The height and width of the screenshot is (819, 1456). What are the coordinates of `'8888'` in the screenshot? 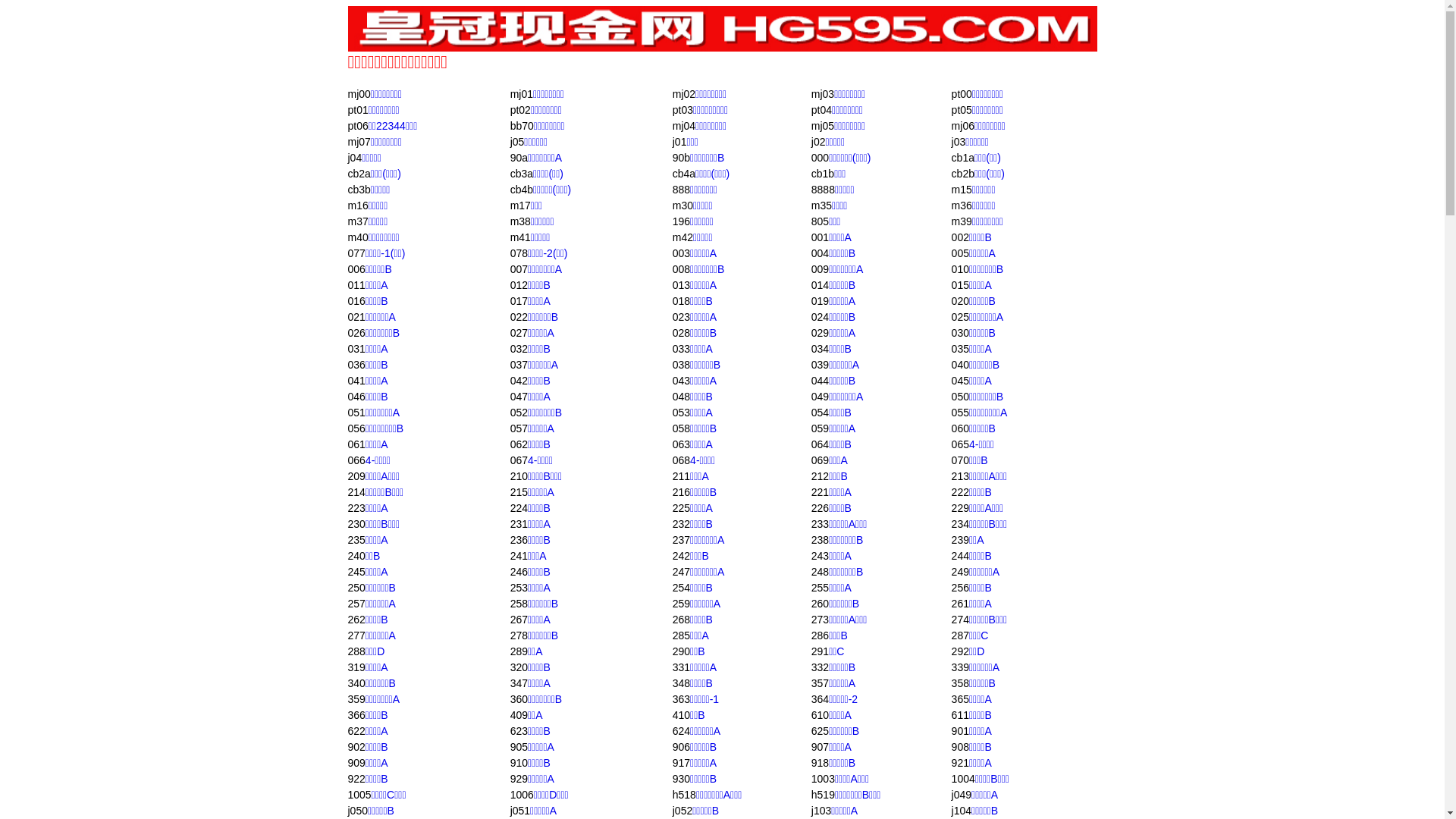 It's located at (822, 189).